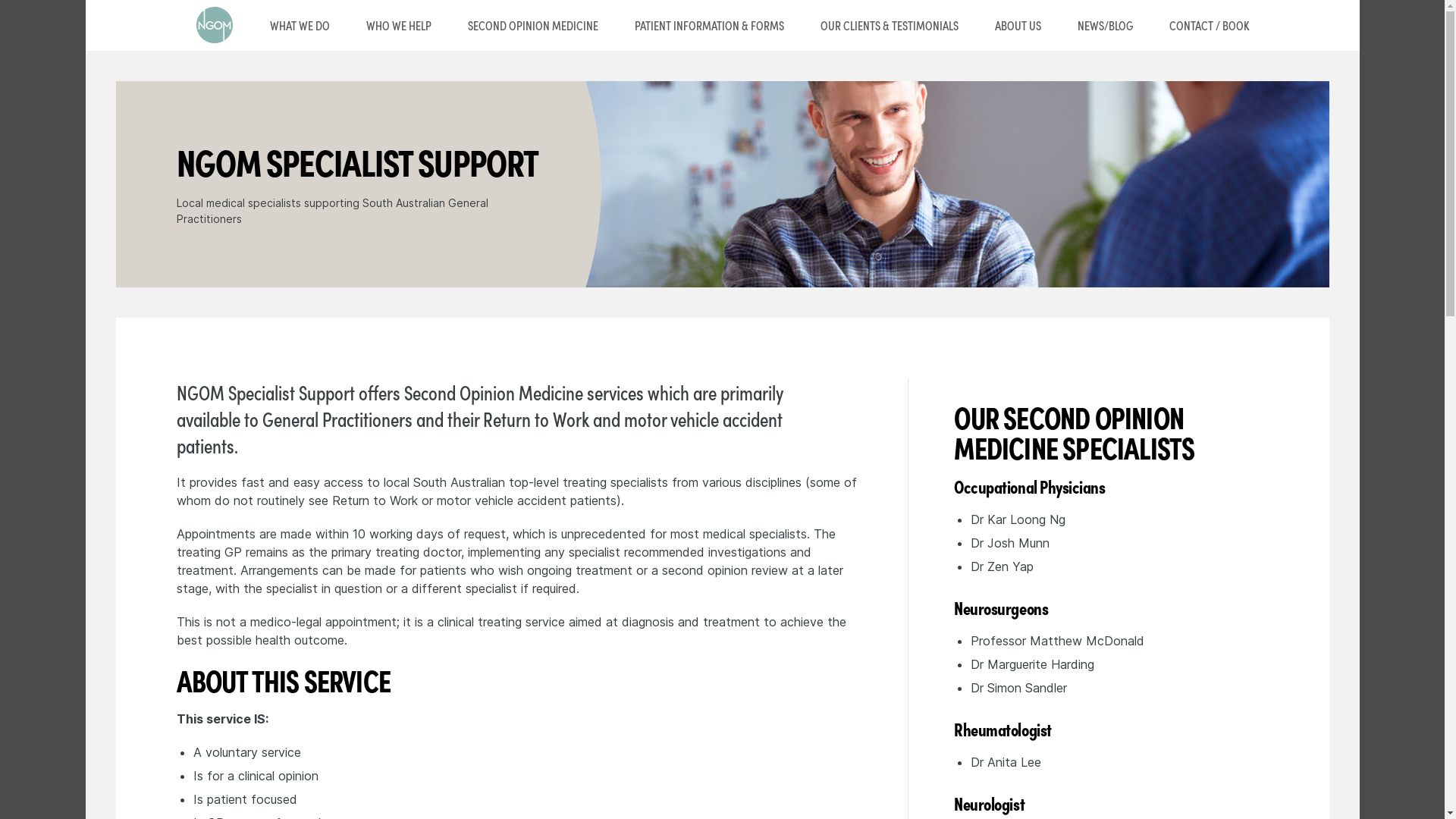 Image resolution: width=1456 pixels, height=819 pixels. What do you see at coordinates (447, 25) in the screenshot?
I see `'SECOND OPINION MEDICINE'` at bounding box center [447, 25].